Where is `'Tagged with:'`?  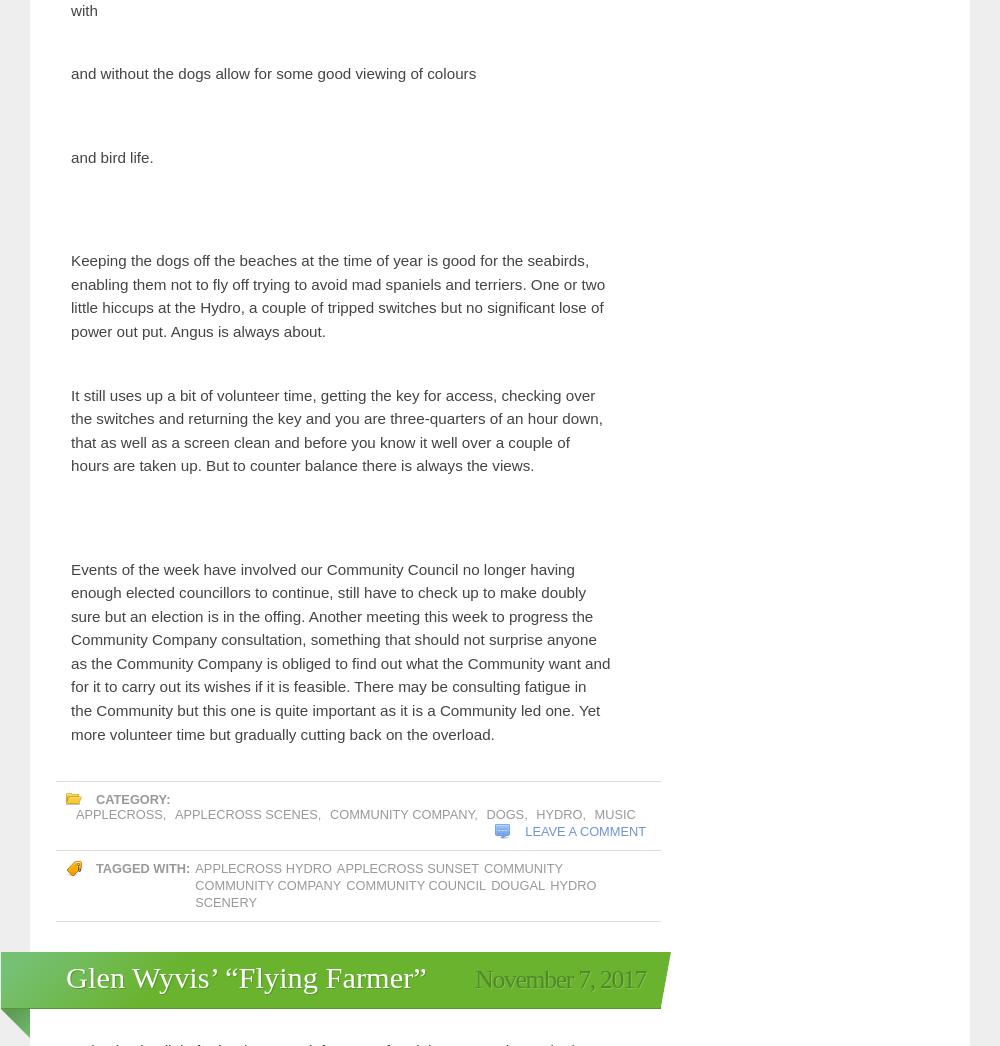 'Tagged with:' is located at coordinates (143, 788).